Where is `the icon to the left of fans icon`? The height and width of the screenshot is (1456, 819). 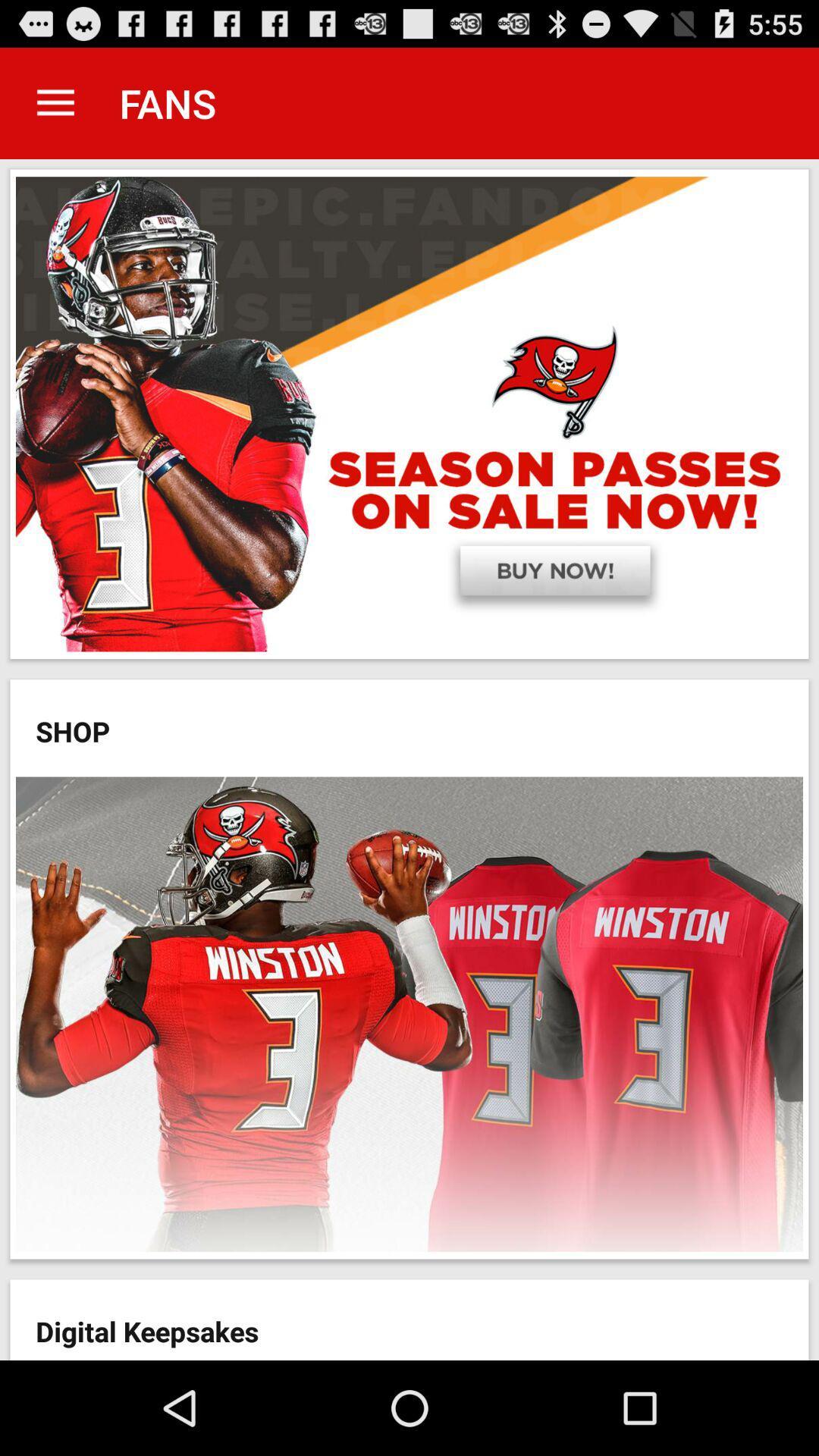
the icon to the left of fans icon is located at coordinates (55, 102).